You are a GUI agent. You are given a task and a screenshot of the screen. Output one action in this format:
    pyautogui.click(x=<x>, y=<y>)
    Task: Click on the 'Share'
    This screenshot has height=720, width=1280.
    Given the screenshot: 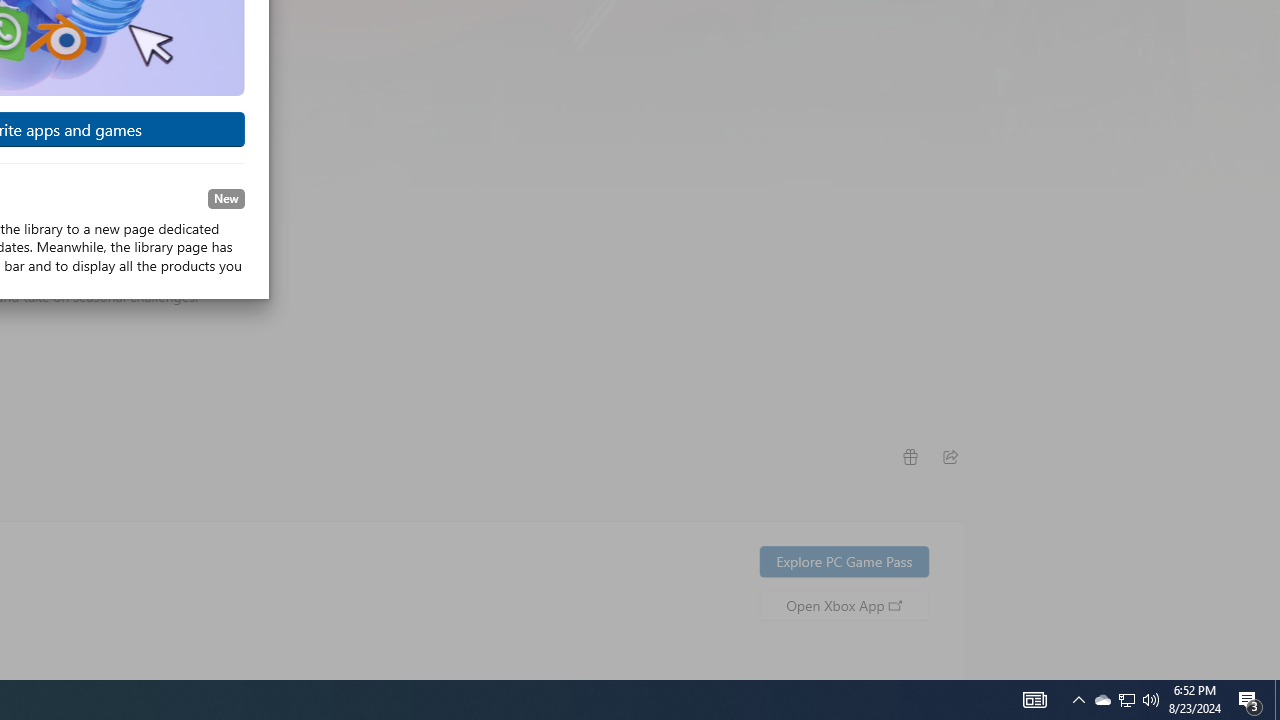 What is the action you would take?
    pyautogui.click(x=949, y=456)
    